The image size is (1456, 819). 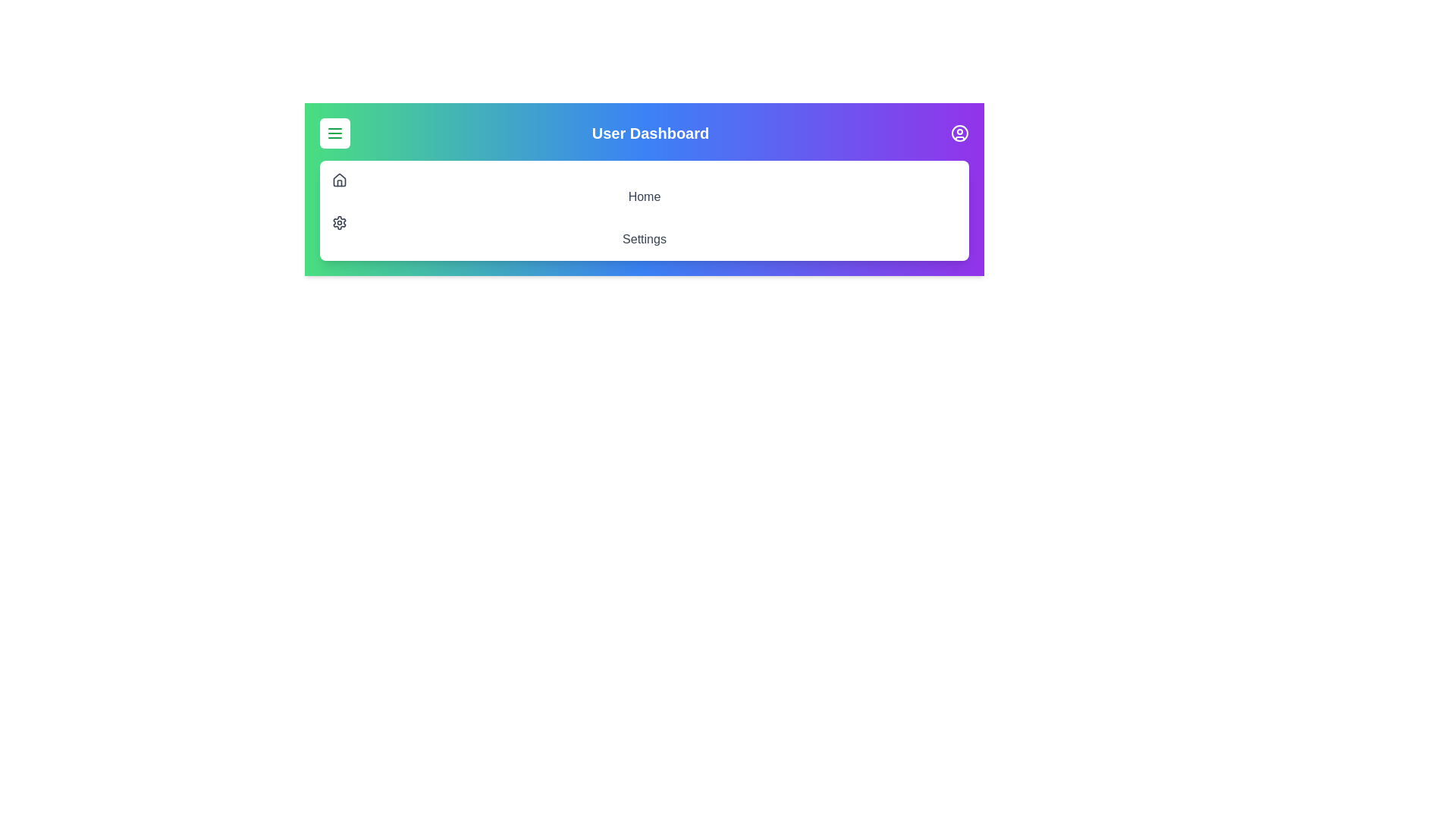 I want to click on the 'Home' menu item to navigate to the Home page, so click(x=644, y=189).